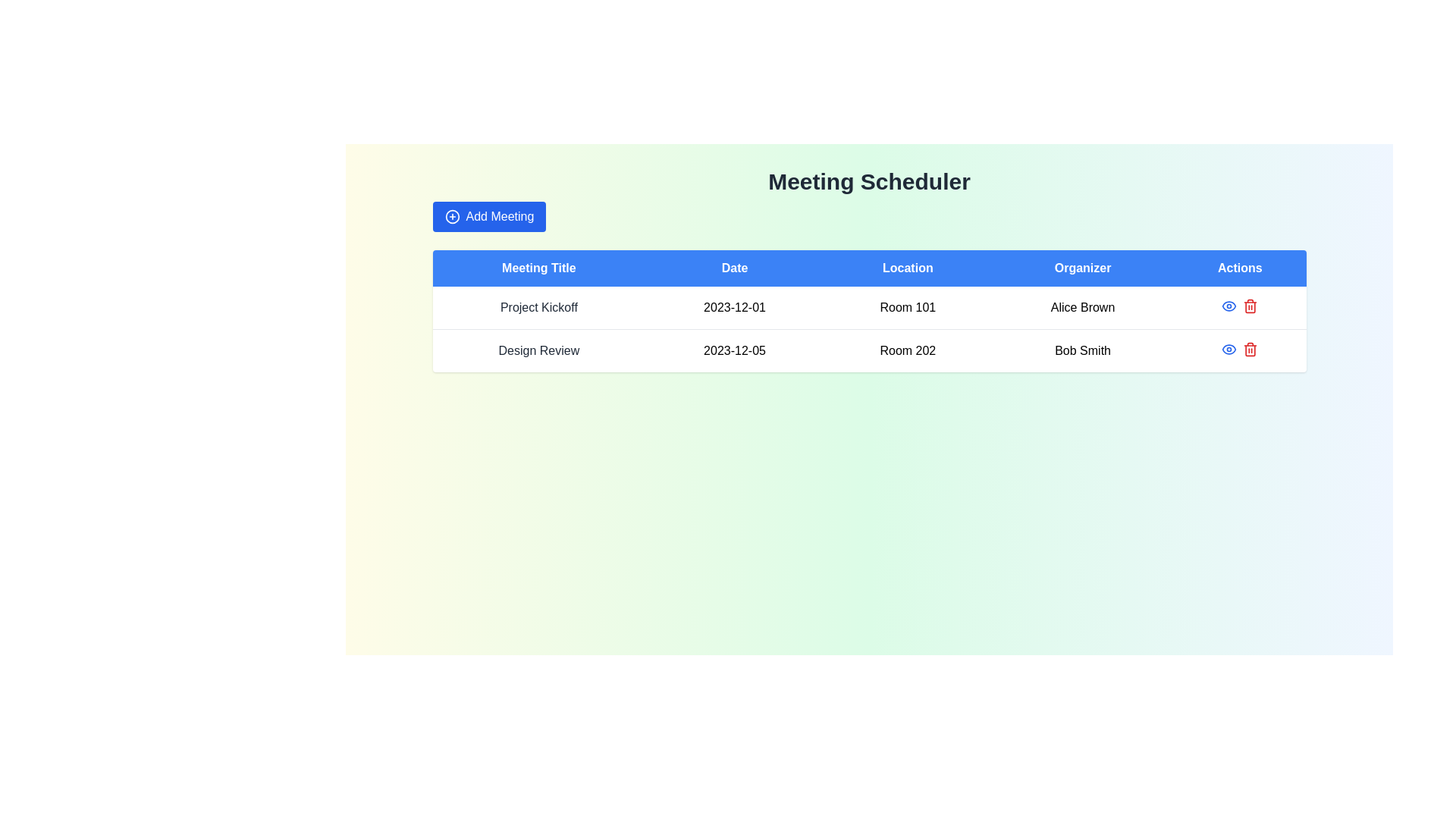 This screenshot has width=1456, height=819. I want to click on the static text element that serves as the title or label for a meeting entry in the 'Meeting Scheduler' table interface, so click(538, 350).